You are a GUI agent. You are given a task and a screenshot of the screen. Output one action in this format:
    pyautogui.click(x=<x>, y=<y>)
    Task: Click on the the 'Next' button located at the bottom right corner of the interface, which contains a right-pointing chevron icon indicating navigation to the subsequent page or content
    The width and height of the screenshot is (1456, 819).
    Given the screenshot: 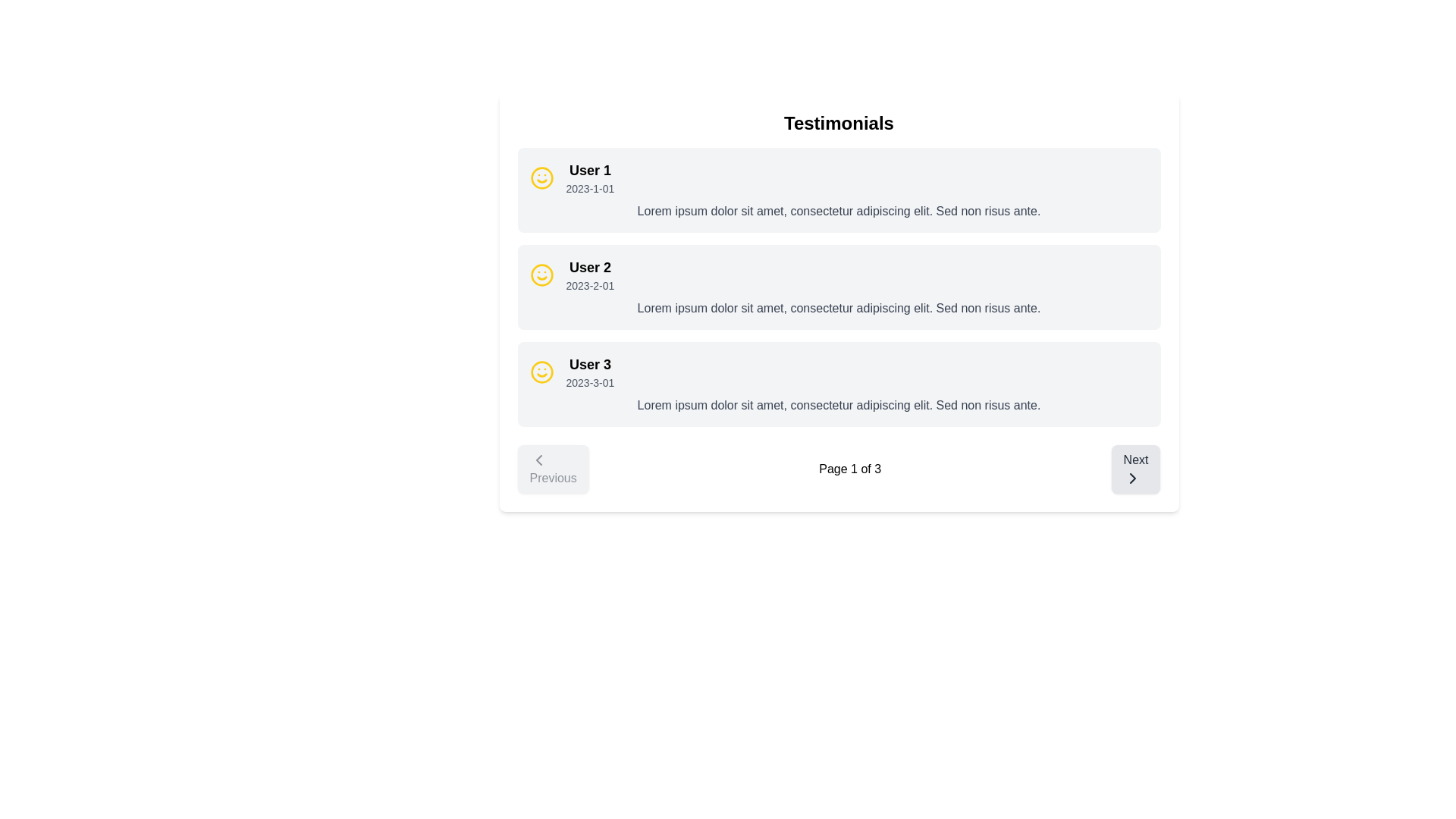 What is the action you would take?
    pyautogui.click(x=1132, y=479)
    